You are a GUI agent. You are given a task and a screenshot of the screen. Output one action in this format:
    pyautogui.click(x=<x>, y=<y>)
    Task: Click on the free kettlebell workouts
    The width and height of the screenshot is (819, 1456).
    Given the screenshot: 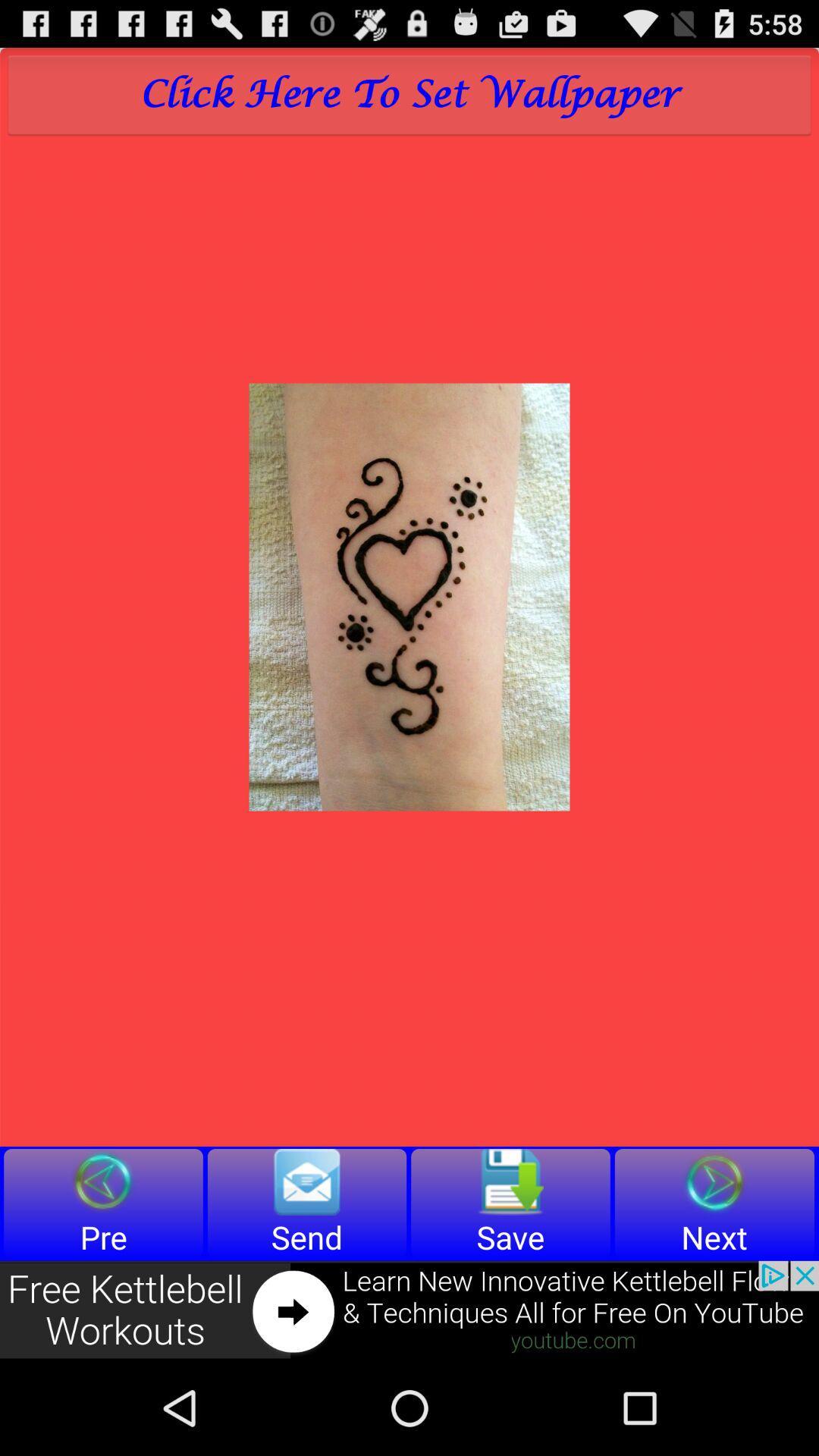 What is the action you would take?
    pyautogui.click(x=409, y=1310)
    